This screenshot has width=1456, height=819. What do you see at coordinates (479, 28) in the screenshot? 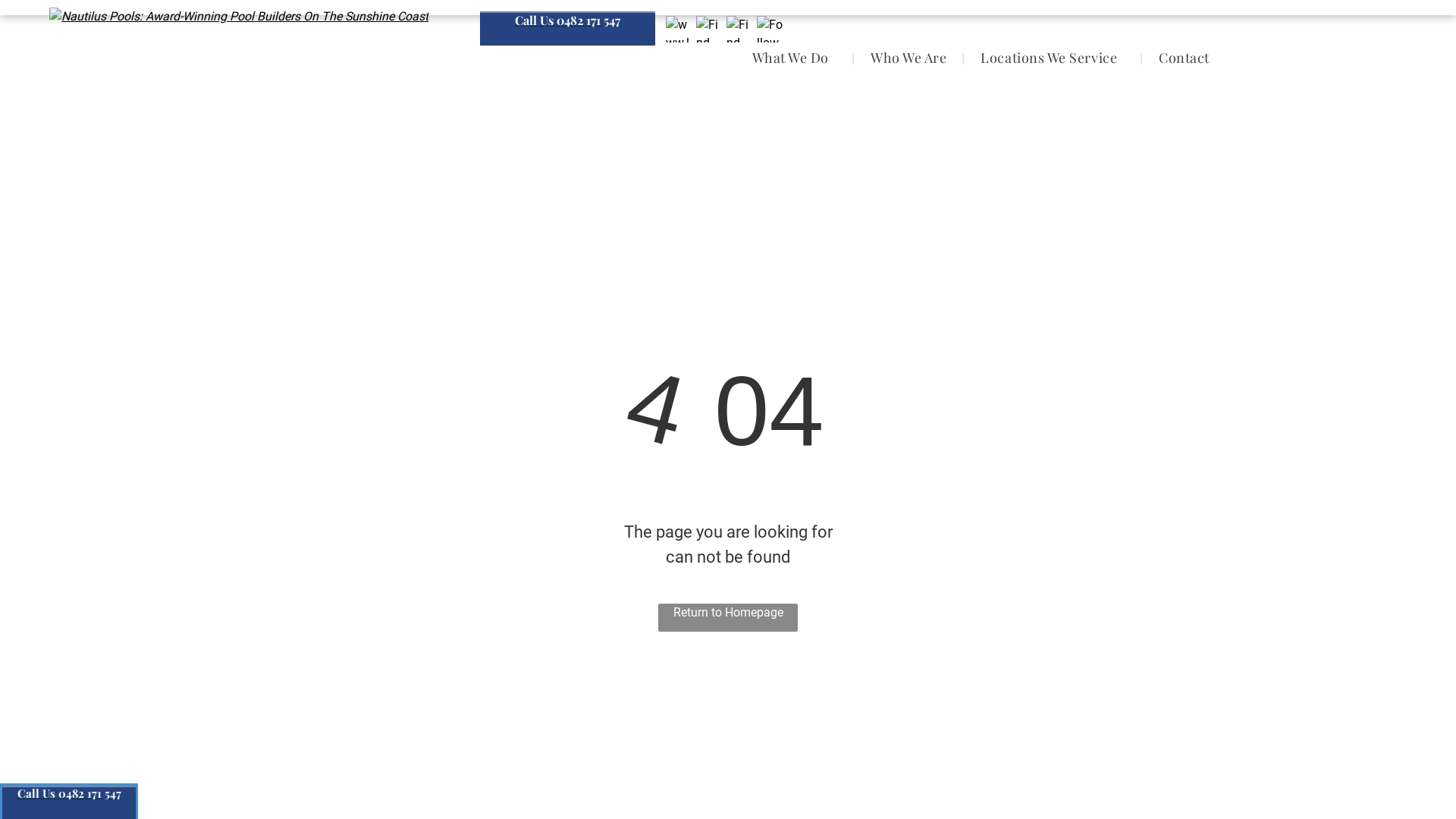
I see `'Call Us 0482 171 547'` at bounding box center [479, 28].